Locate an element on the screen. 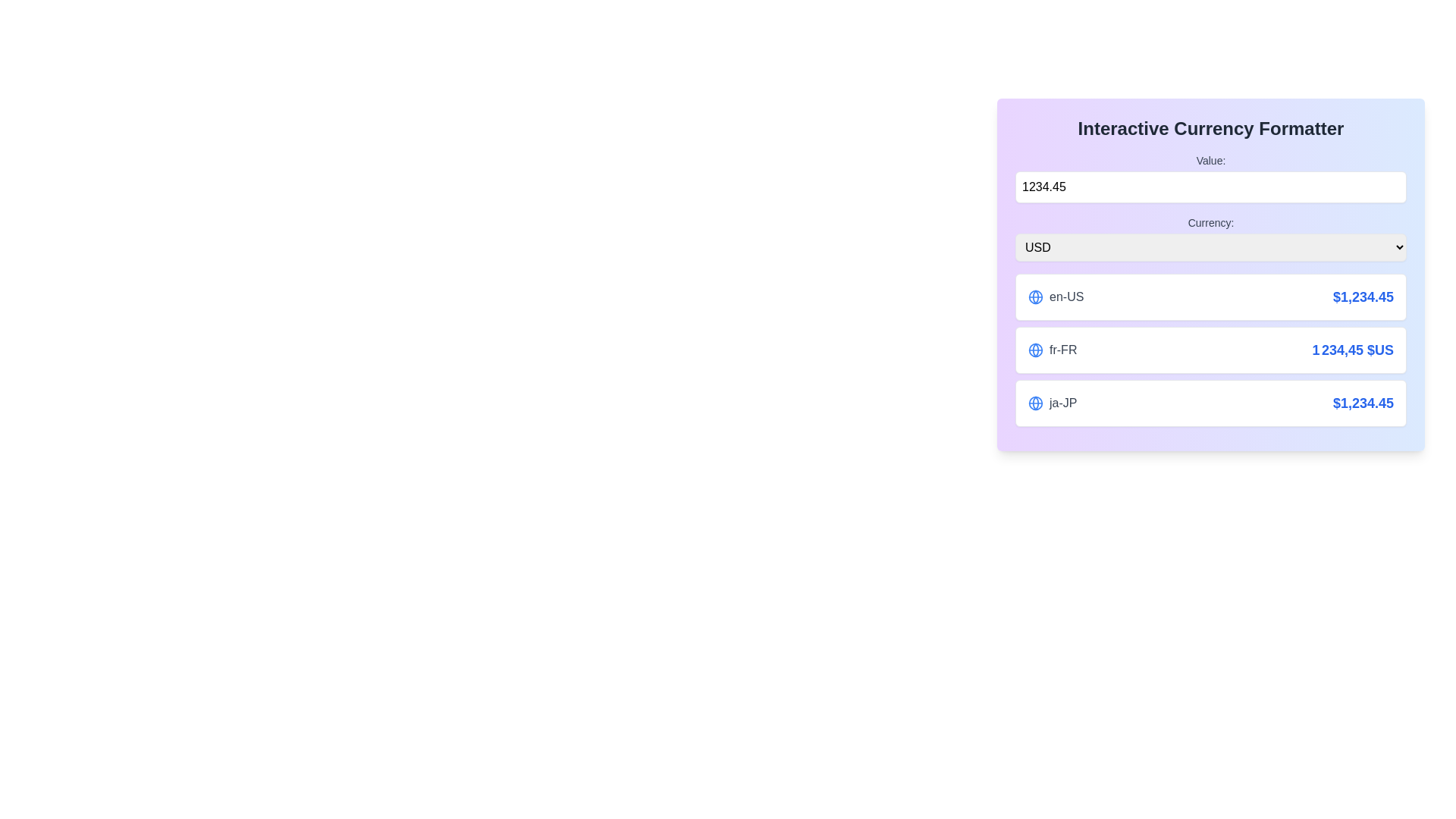  localized currency format displayed in the second list item, which is positioned between 'en-US $1,234.45' and 'ja-JP $1,234.45' is located at coordinates (1210, 350).